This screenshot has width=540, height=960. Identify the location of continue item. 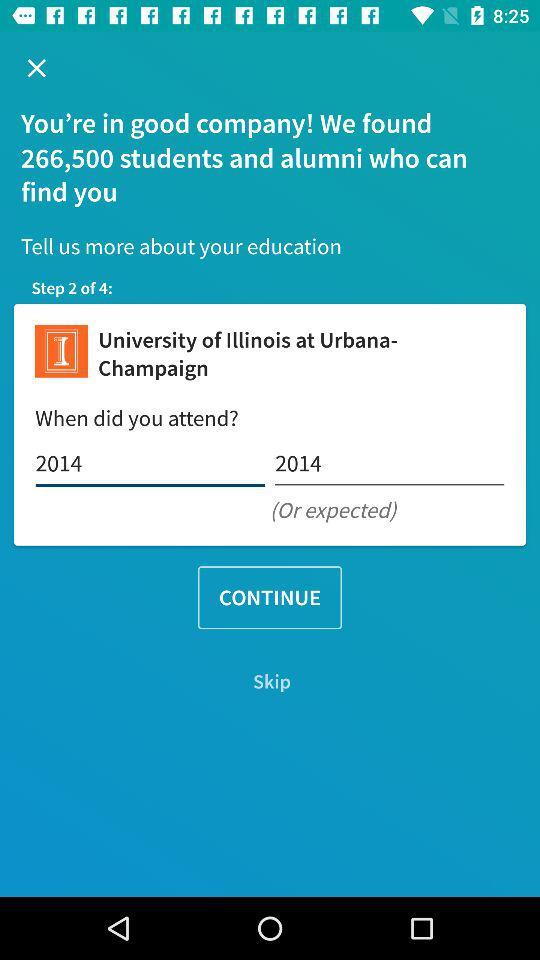
(270, 597).